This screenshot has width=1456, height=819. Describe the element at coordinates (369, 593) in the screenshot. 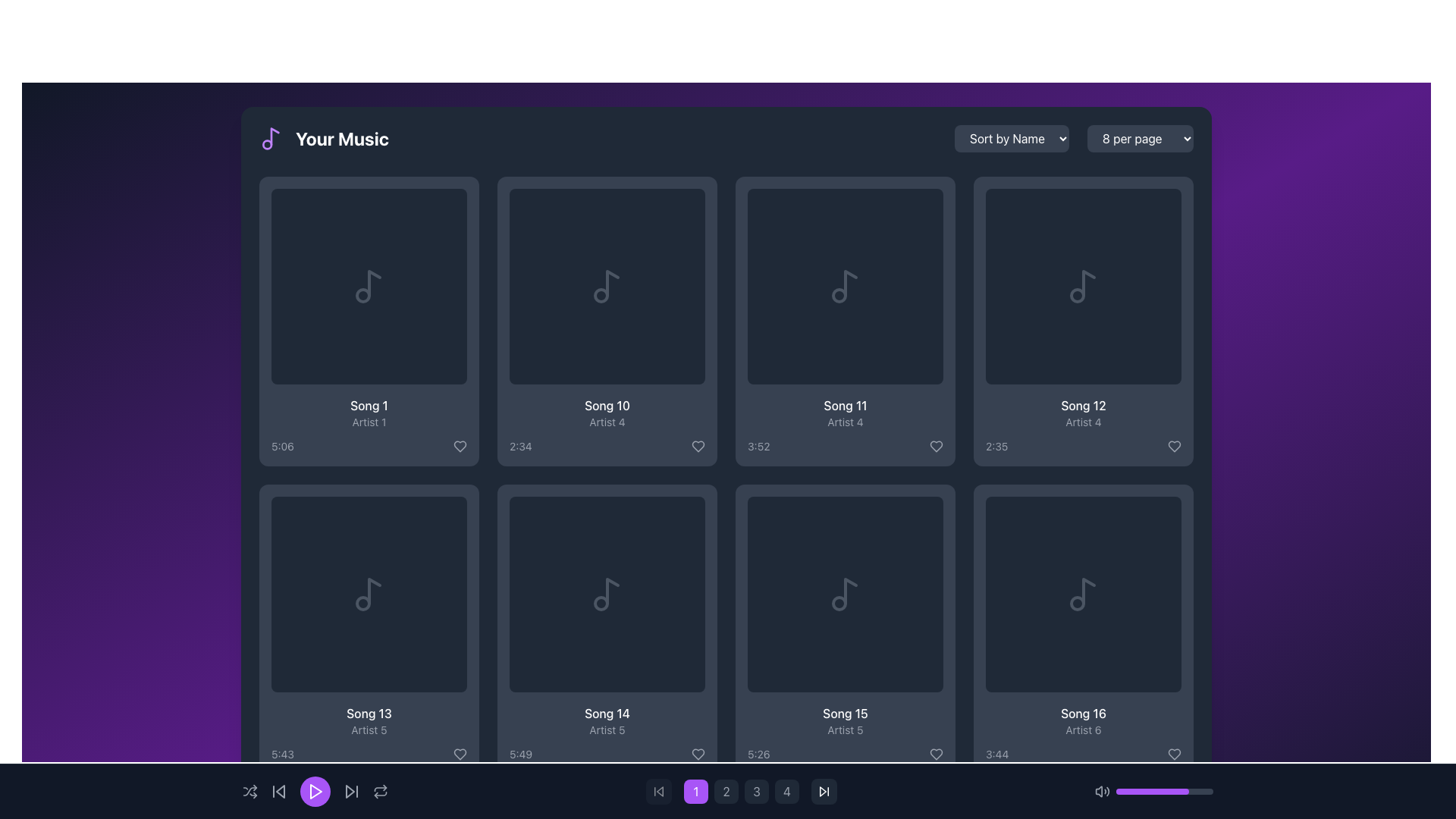

I see `the play button for 'Song 13' by 'Artist 5' located within the music library interface` at that location.